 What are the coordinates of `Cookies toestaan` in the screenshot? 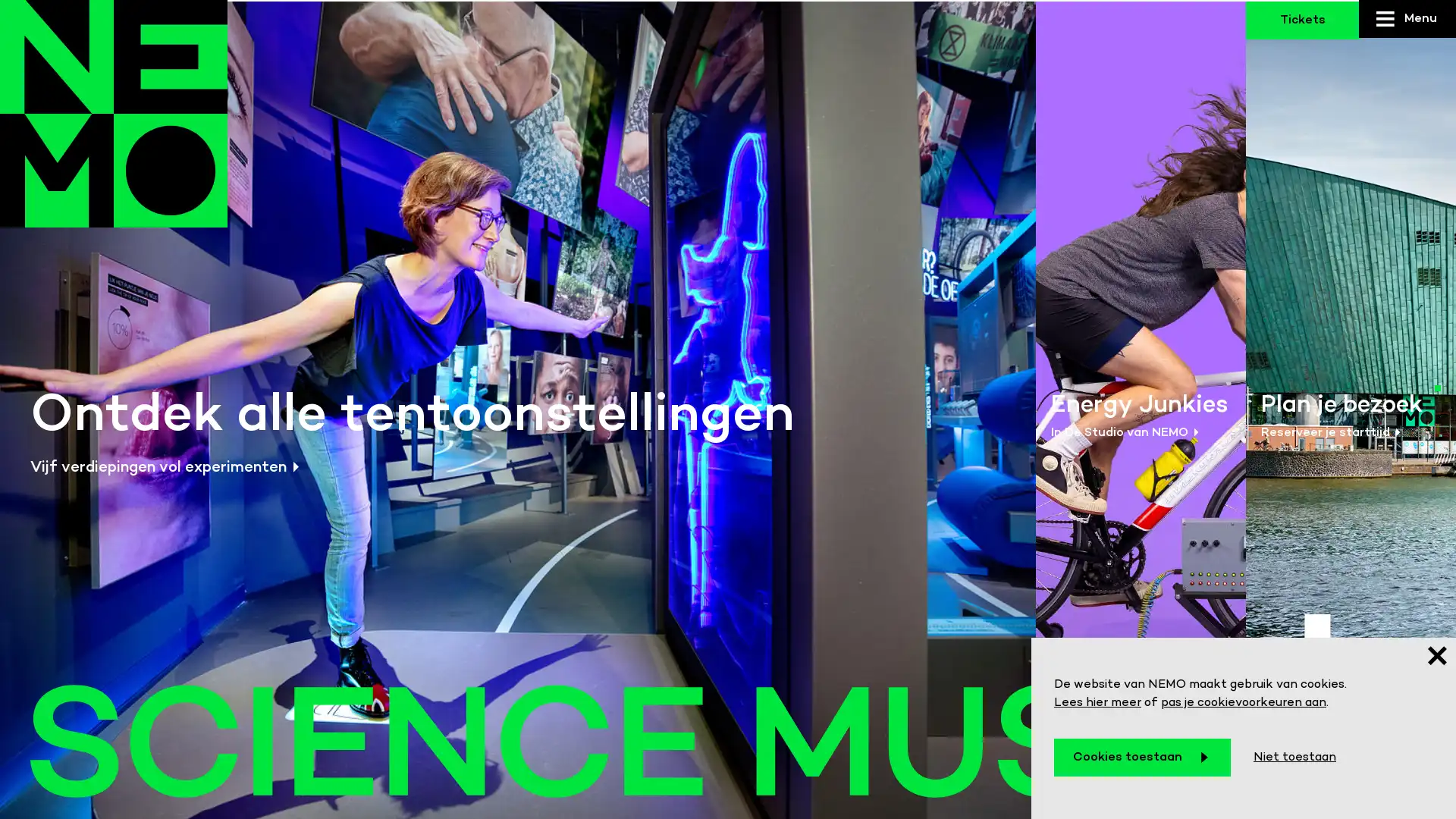 It's located at (1142, 758).